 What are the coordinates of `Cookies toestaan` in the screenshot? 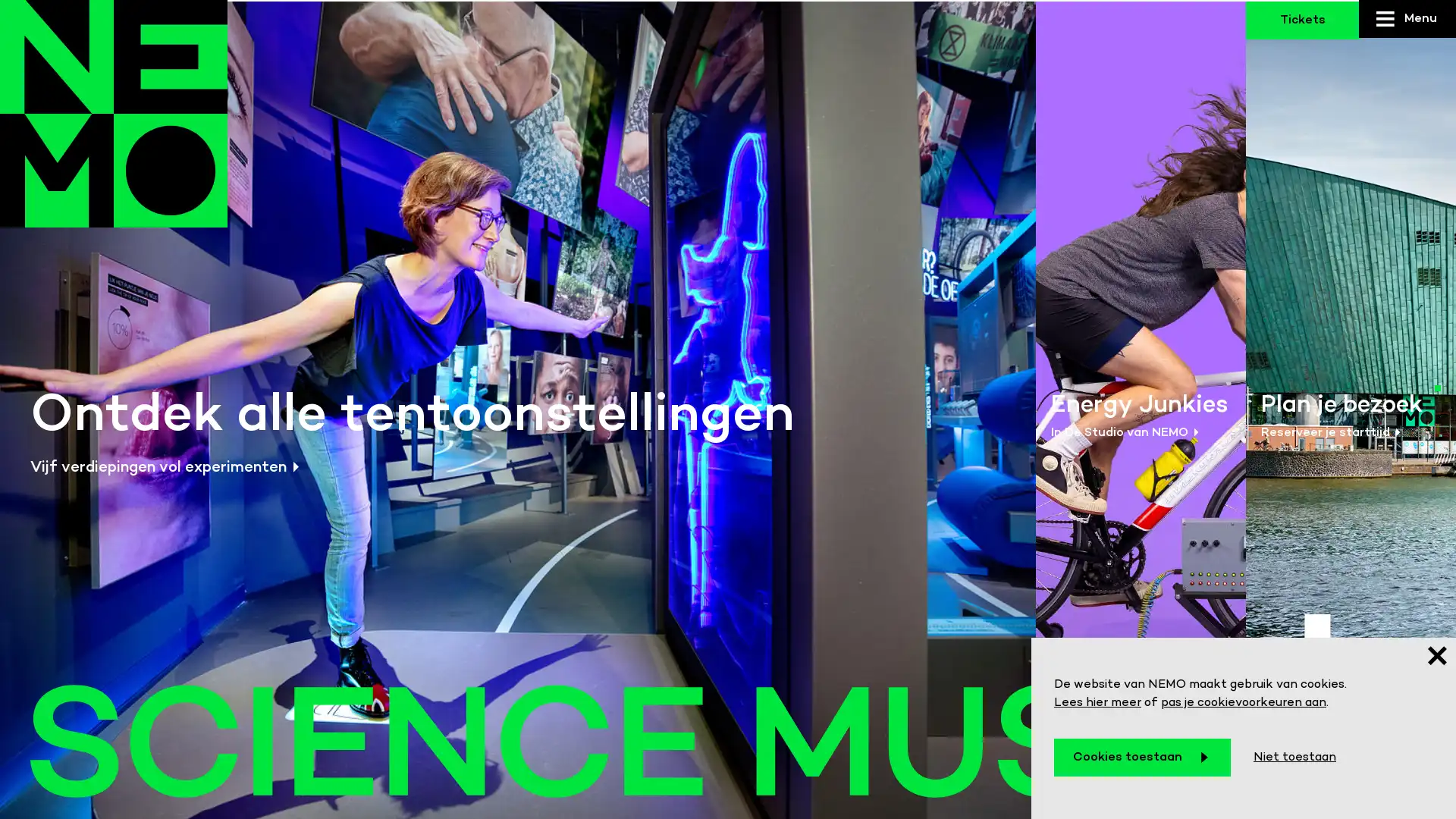 It's located at (1142, 758).